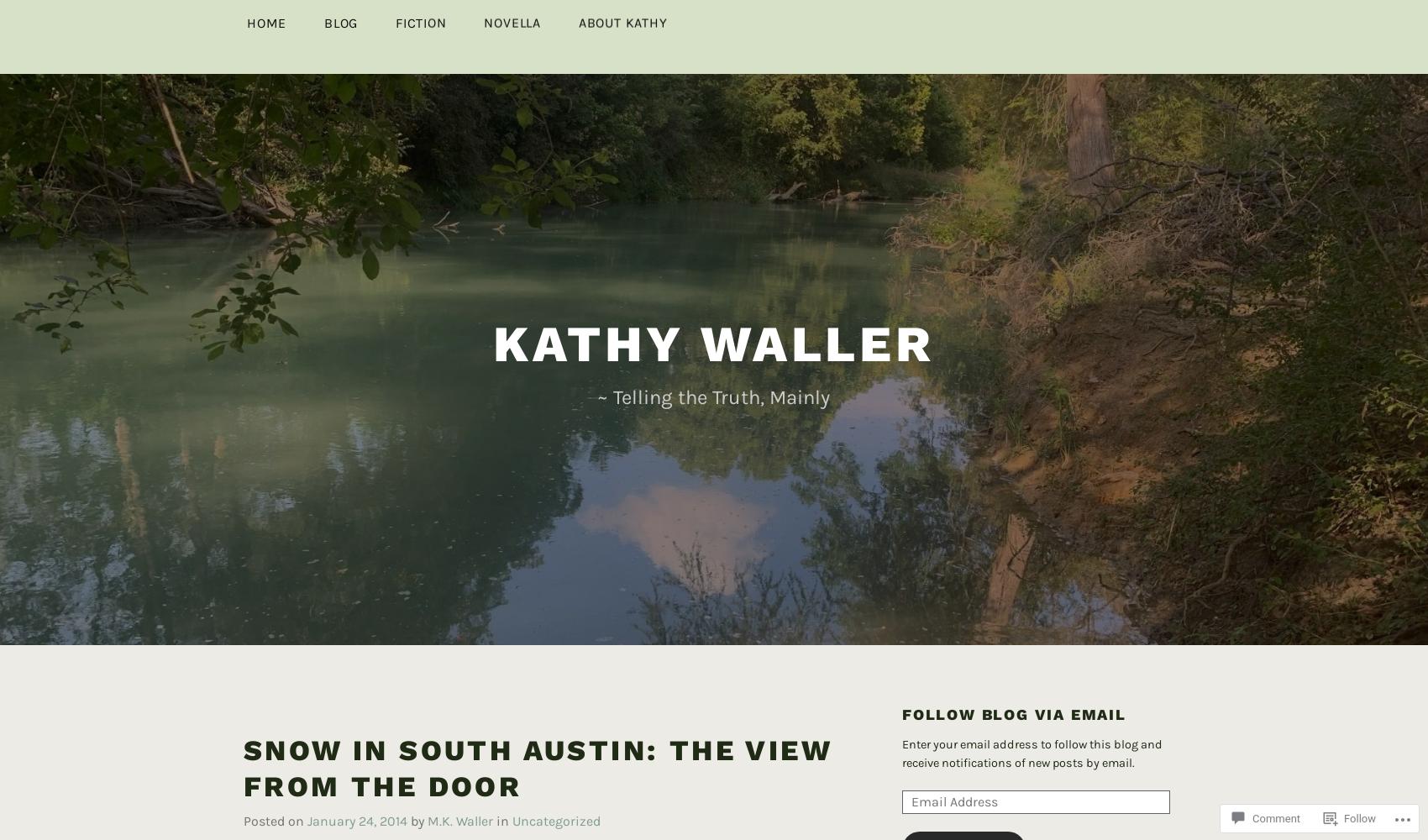  I want to click on 'To the right', so click(538, 826).